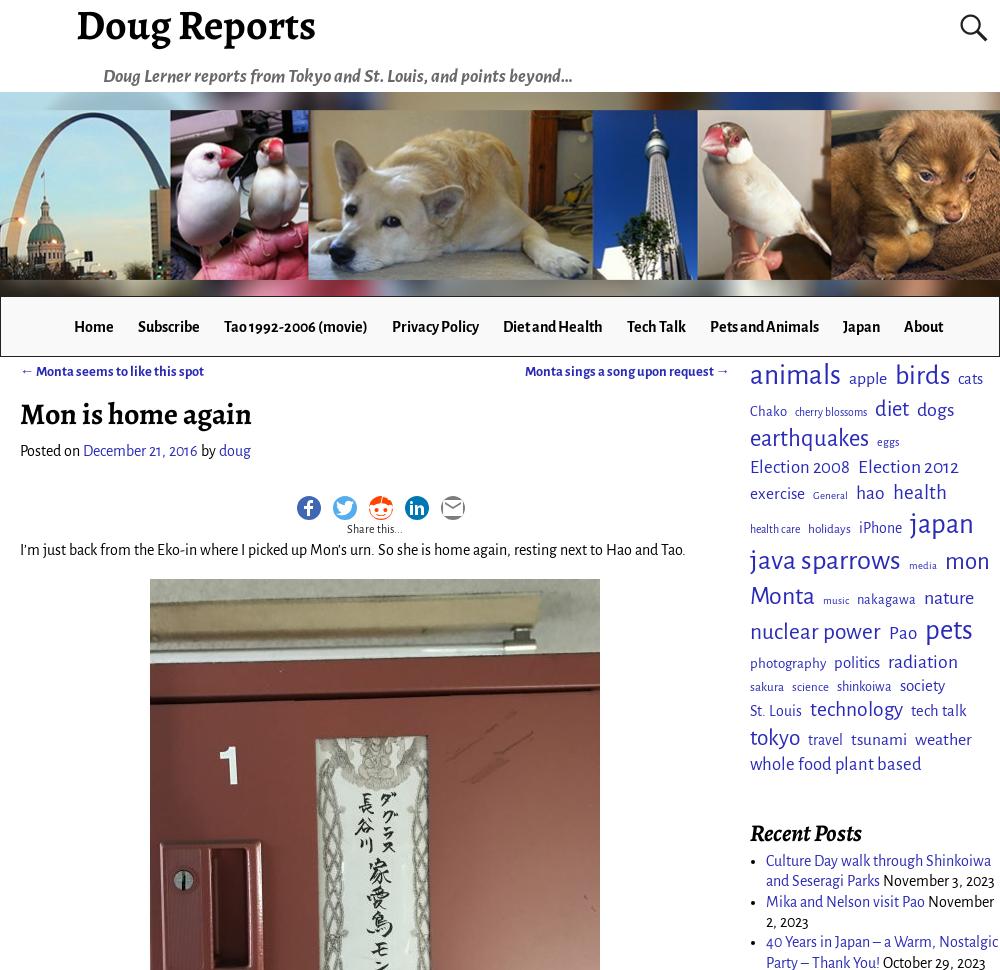 This screenshot has width=1000, height=970. What do you see at coordinates (750, 830) in the screenshot?
I see `'Recent Posts'` at bounding box center [750, 830].